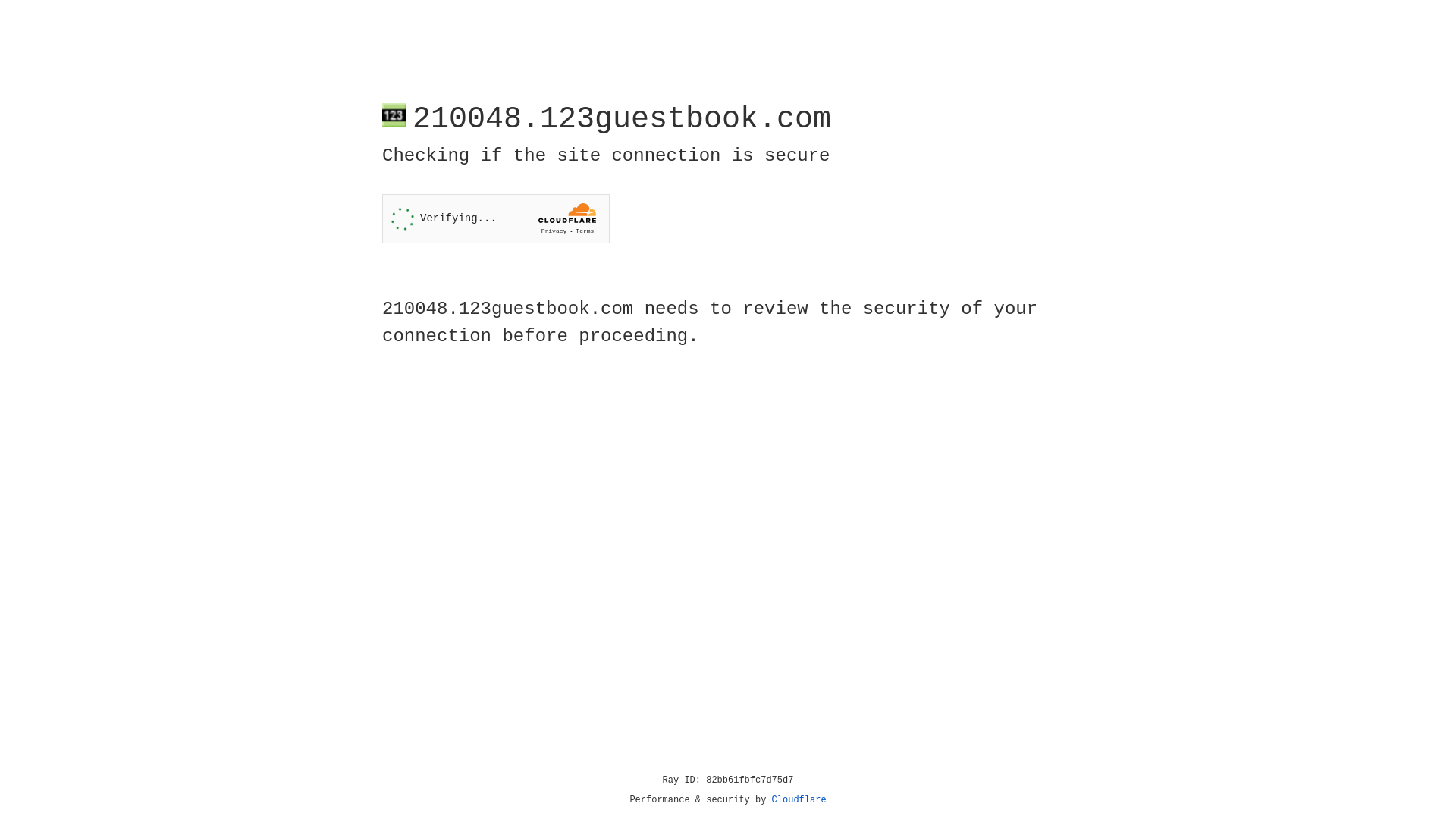 Image resolution: width=1456 pixels, height=819 pixels. What do you see at coordinates (799, 799) in the screenshot?
I see `'Cloudflare'` at bounding box center [799, 799].